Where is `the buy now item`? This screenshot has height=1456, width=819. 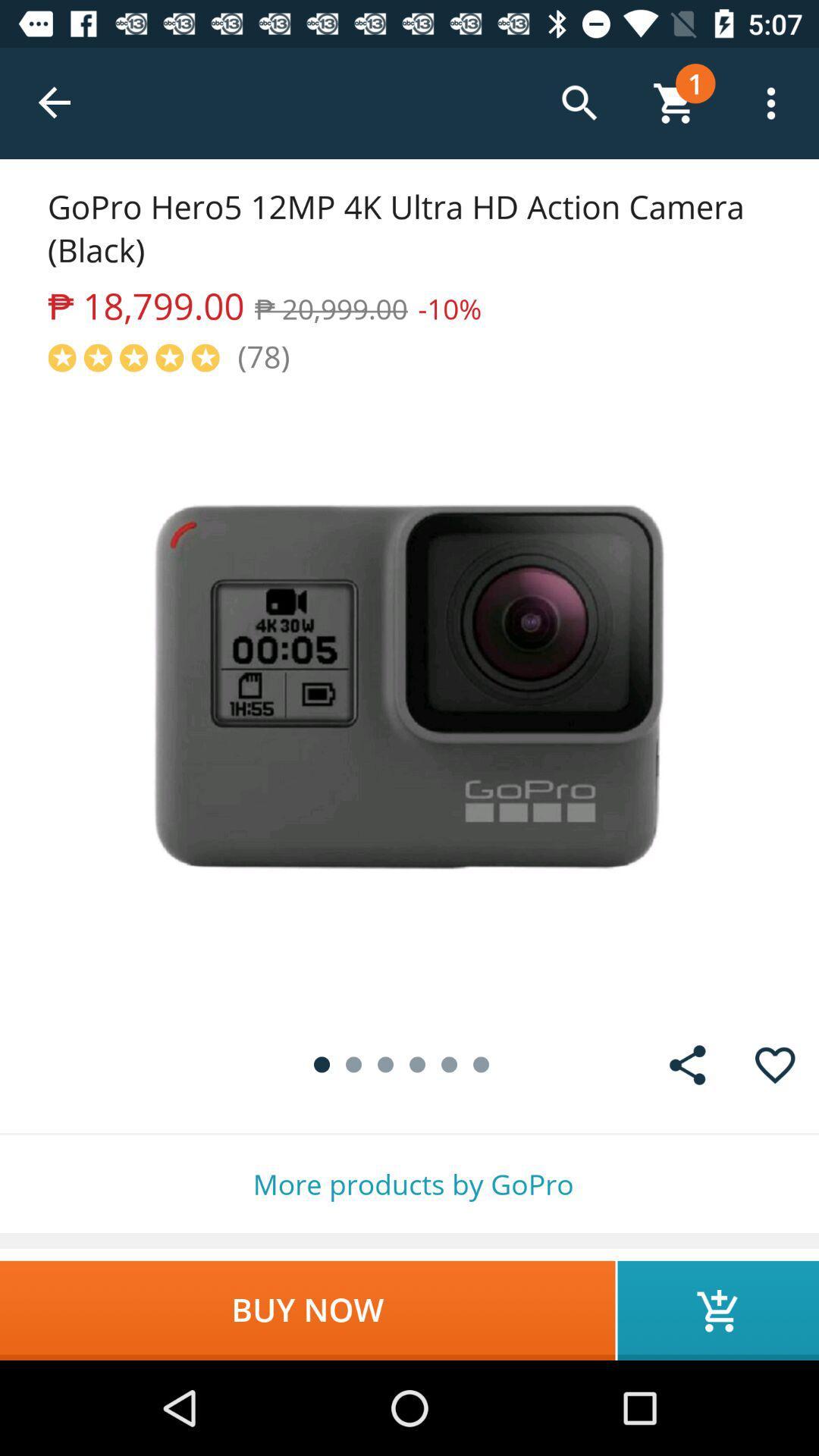
the buy now item is located at coordinates (307, 1310).